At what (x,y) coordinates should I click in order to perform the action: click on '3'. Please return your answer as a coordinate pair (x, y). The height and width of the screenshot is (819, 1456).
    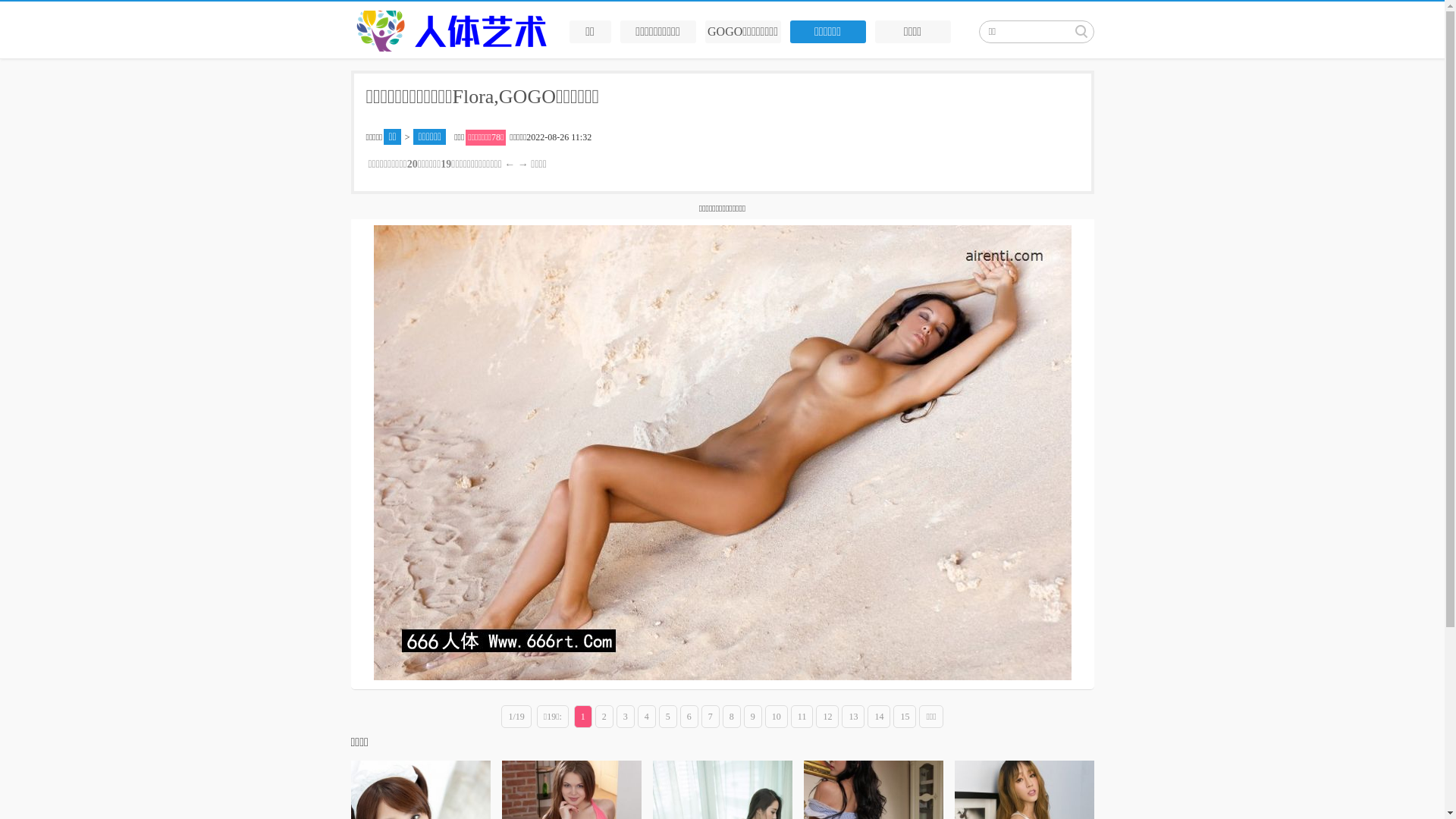
    Looking at the image, I should click on (616, 717).